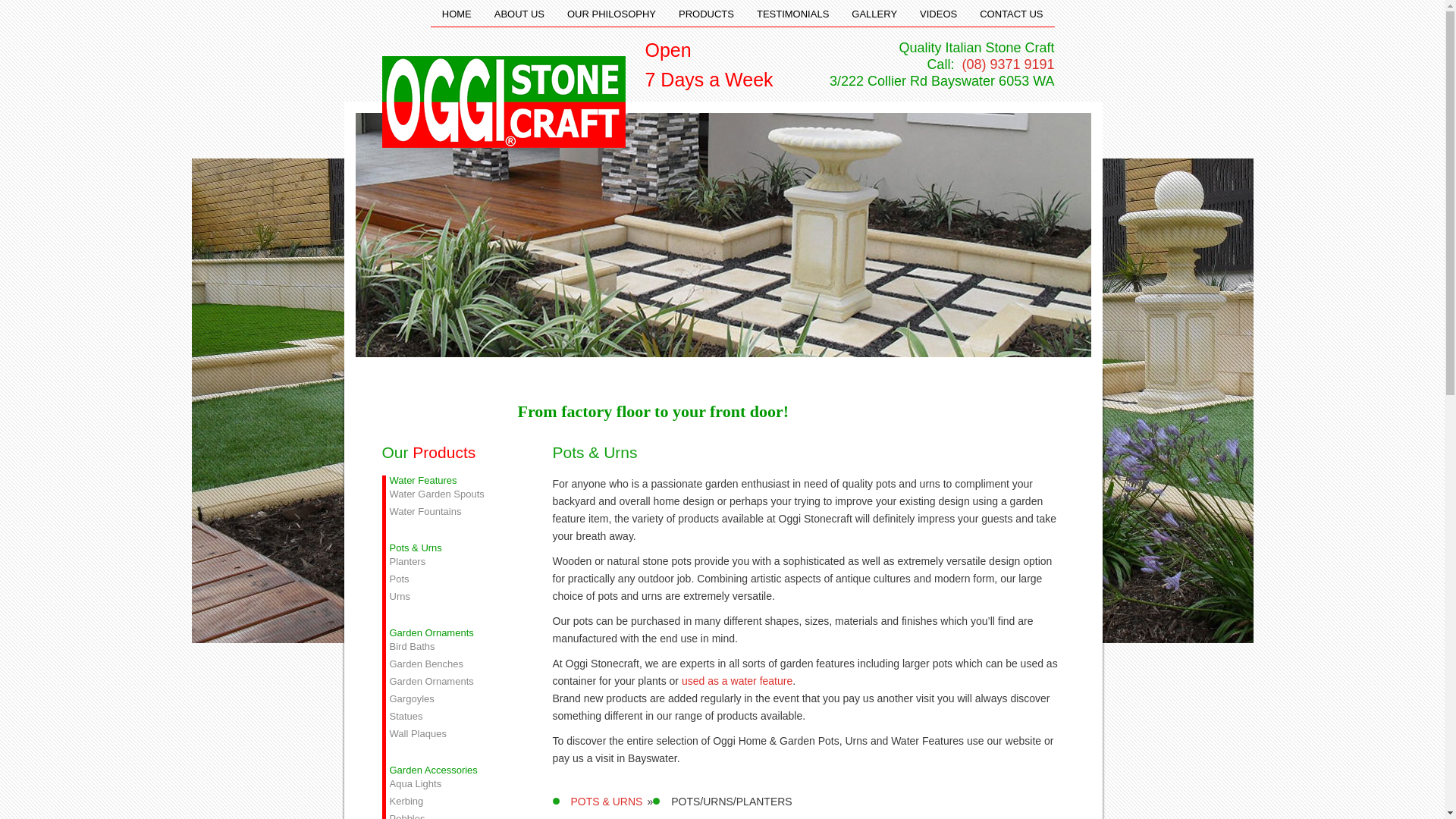 This screenshot has width=1456, height=819. I want to click on 'GALLERY', so click(839, 13).